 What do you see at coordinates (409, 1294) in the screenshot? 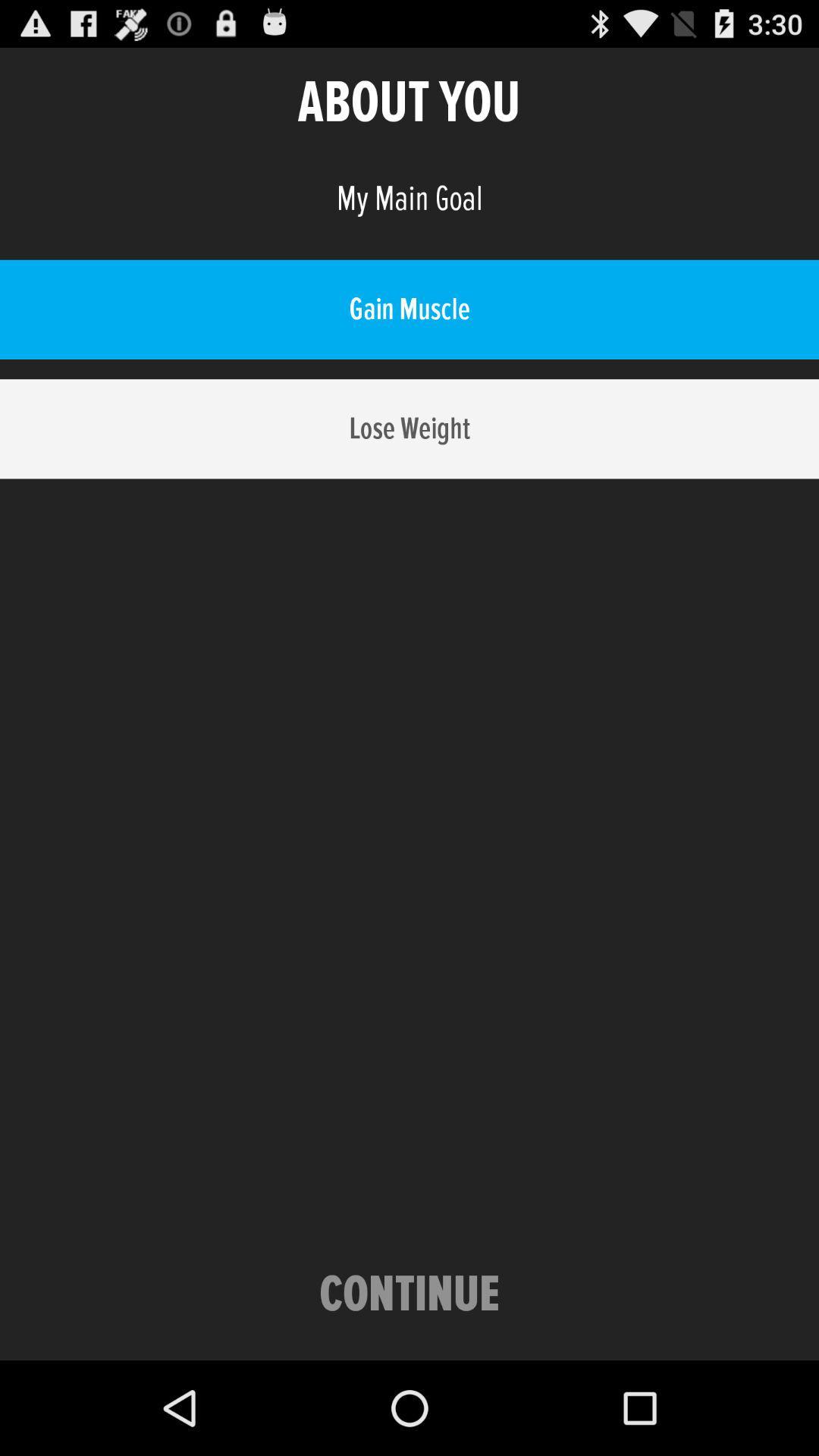
I see `the item below the lose weight icon` at bounding box center [409, 1294].